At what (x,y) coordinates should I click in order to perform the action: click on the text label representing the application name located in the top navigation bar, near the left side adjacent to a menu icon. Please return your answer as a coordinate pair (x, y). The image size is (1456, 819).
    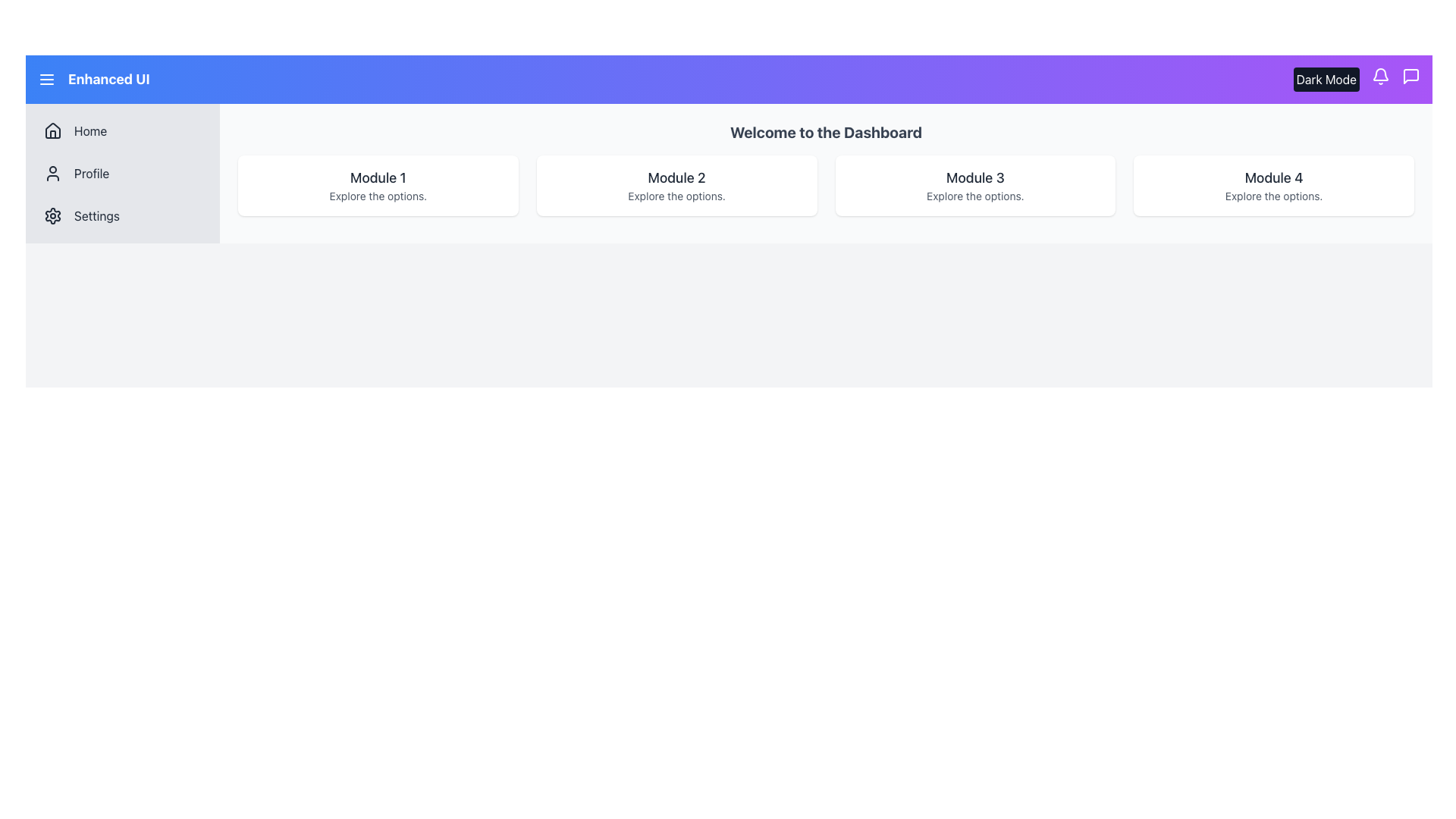
    Looking at the image, I should click on (93, 79).